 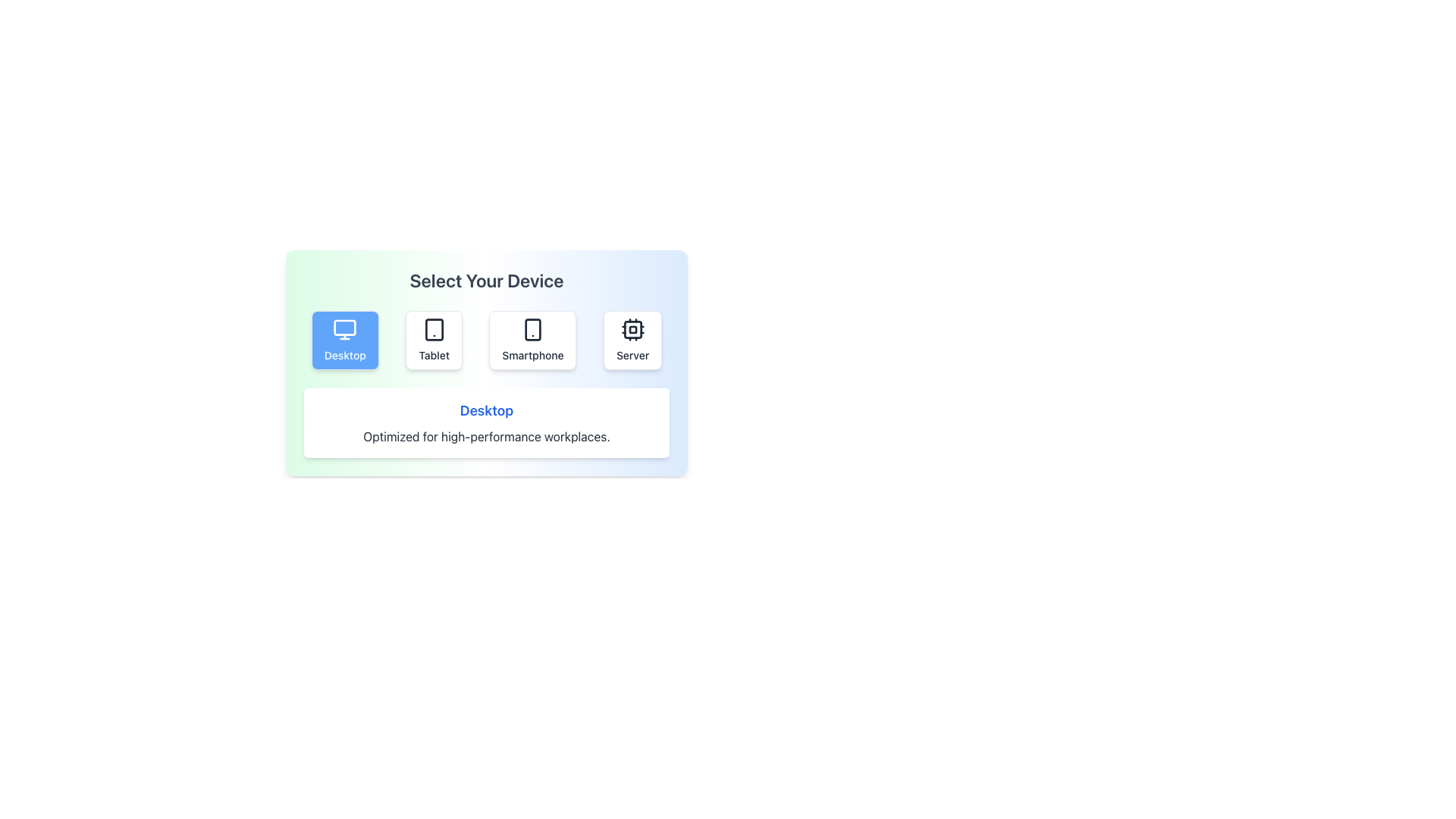 What do you see at coordinates (632, 329) in the screenshot?
I see `the server icon, which is the graphical representation inside the 'Server' button, the fourth button in a horizontal arrangement of four device option buttons` at bounding box center [632, 329].